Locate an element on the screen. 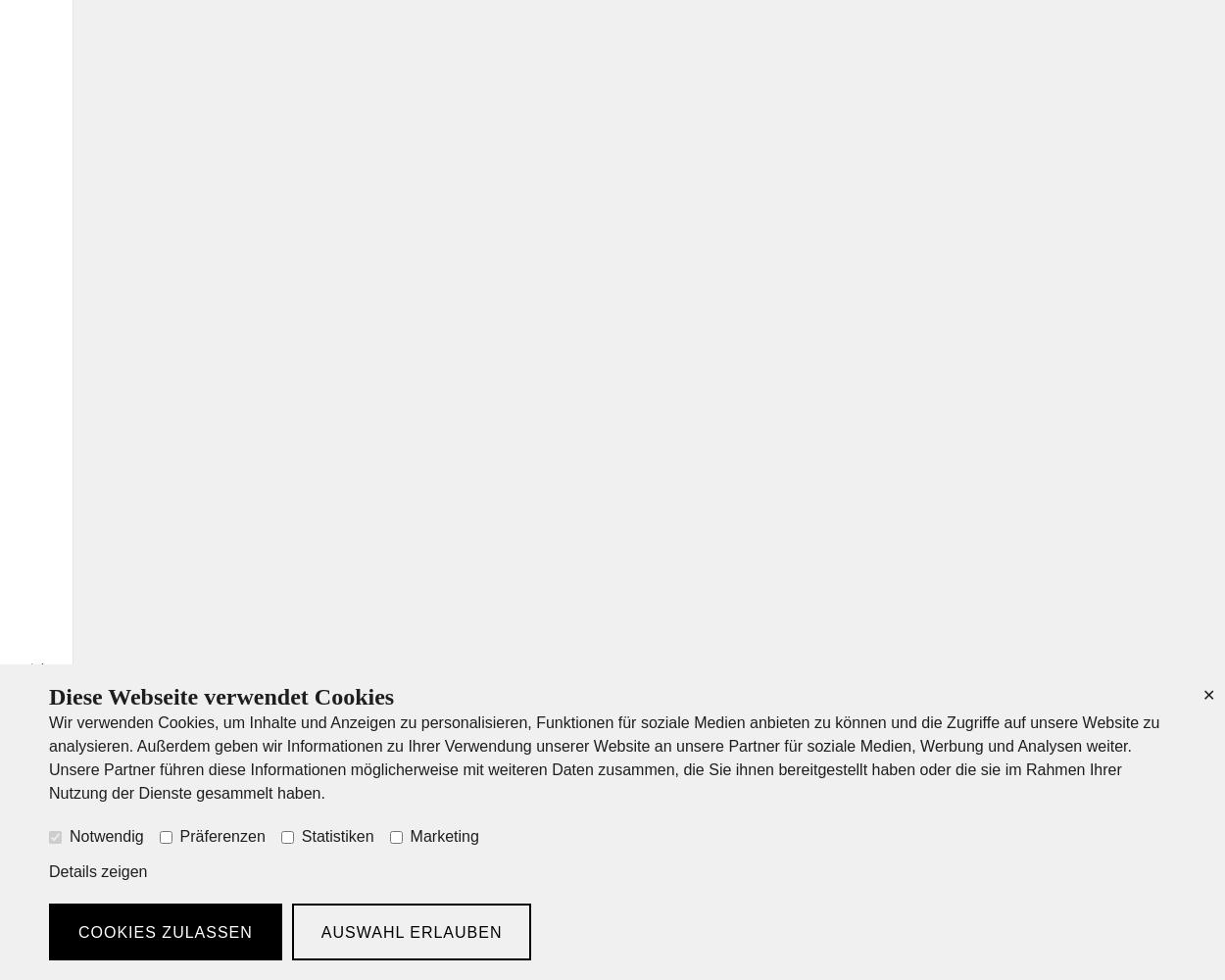  'Präferenzen' is located at coordinates (179, 835).